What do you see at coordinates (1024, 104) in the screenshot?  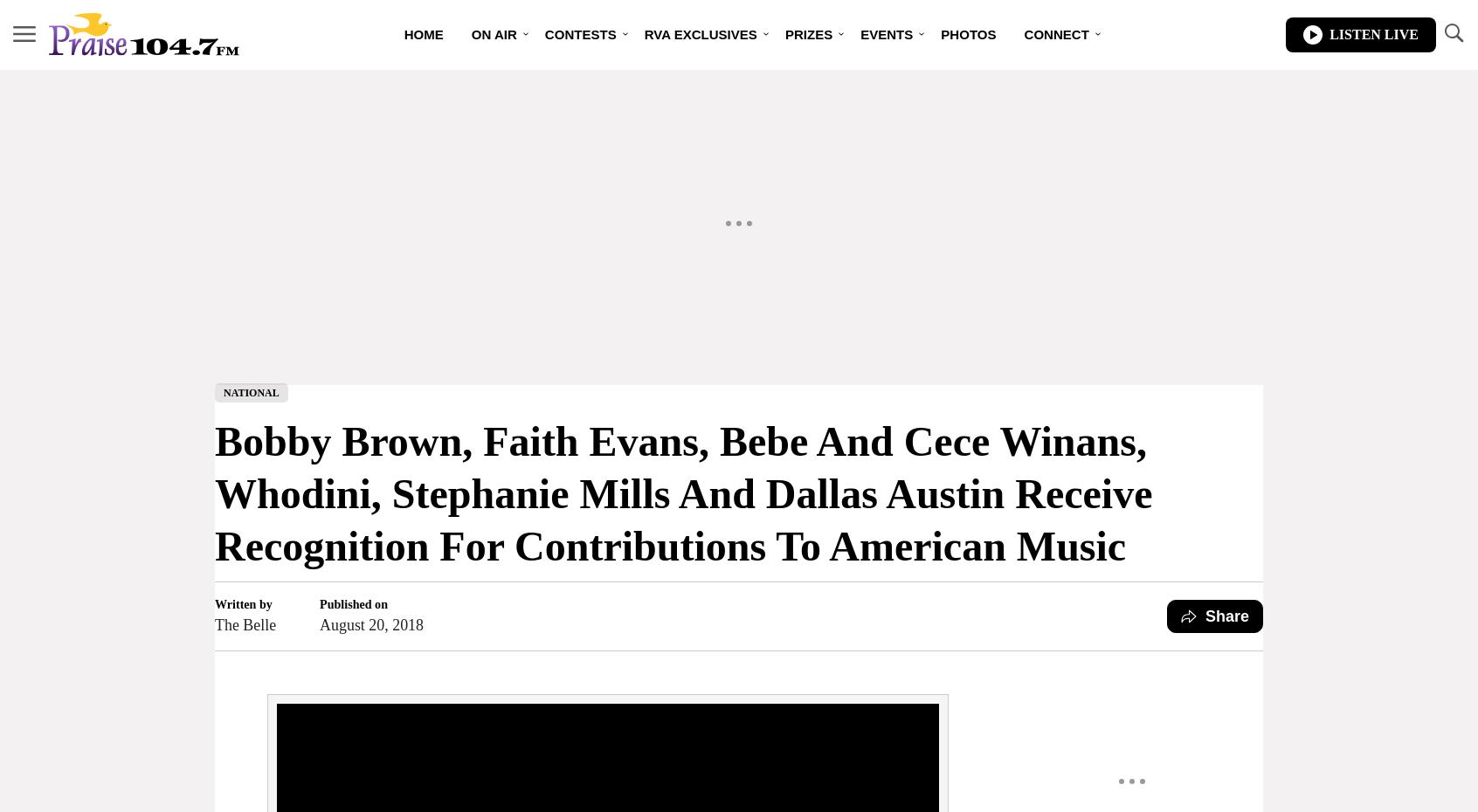 I see `'Contest Rules'` at bounding box center [1024, 104].